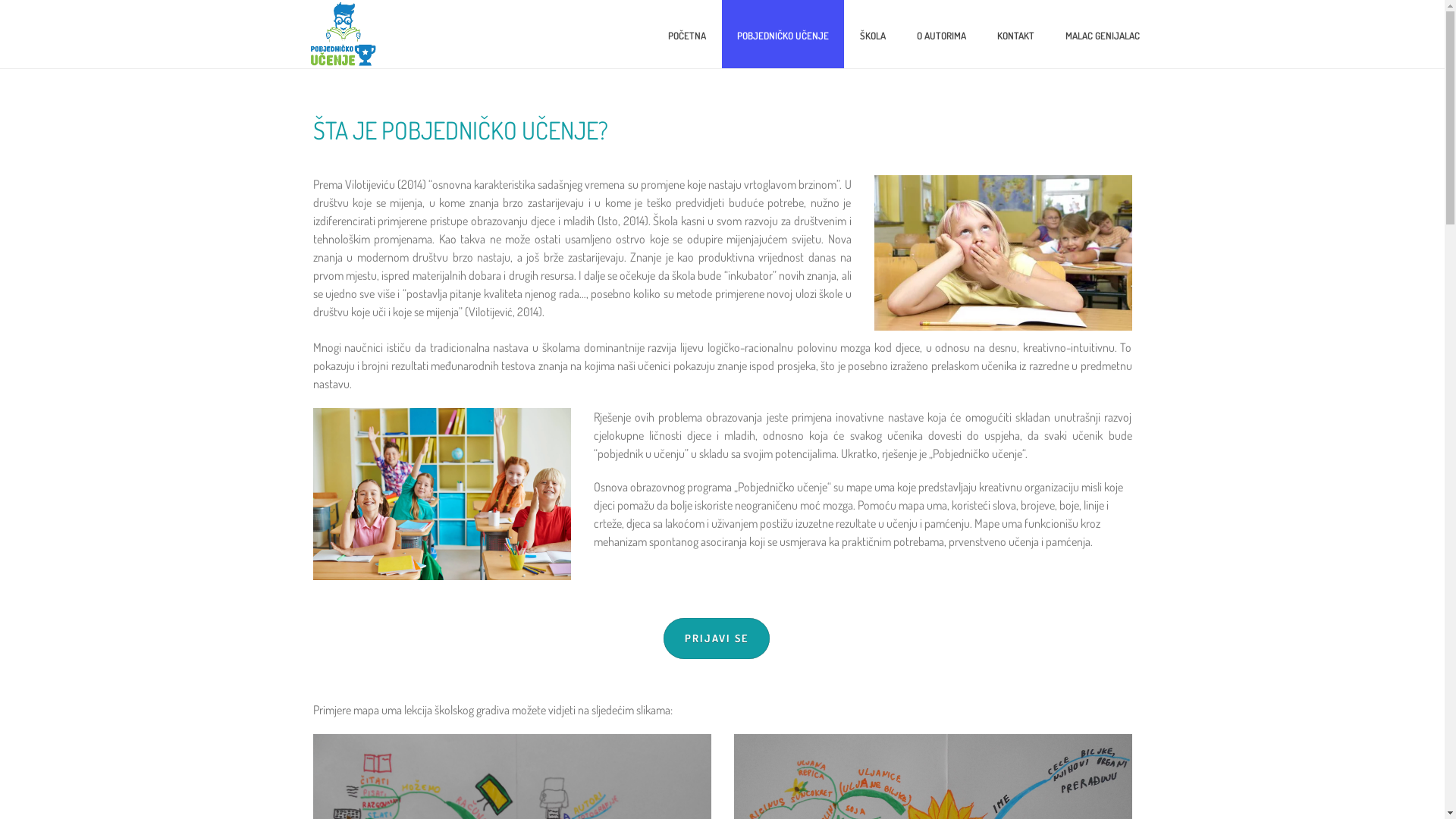 This screenshot has width=1456, height=819. Describe the element at coordinates (1015, 34) in the screenshot. I see `'KONTAKT'` at that location.